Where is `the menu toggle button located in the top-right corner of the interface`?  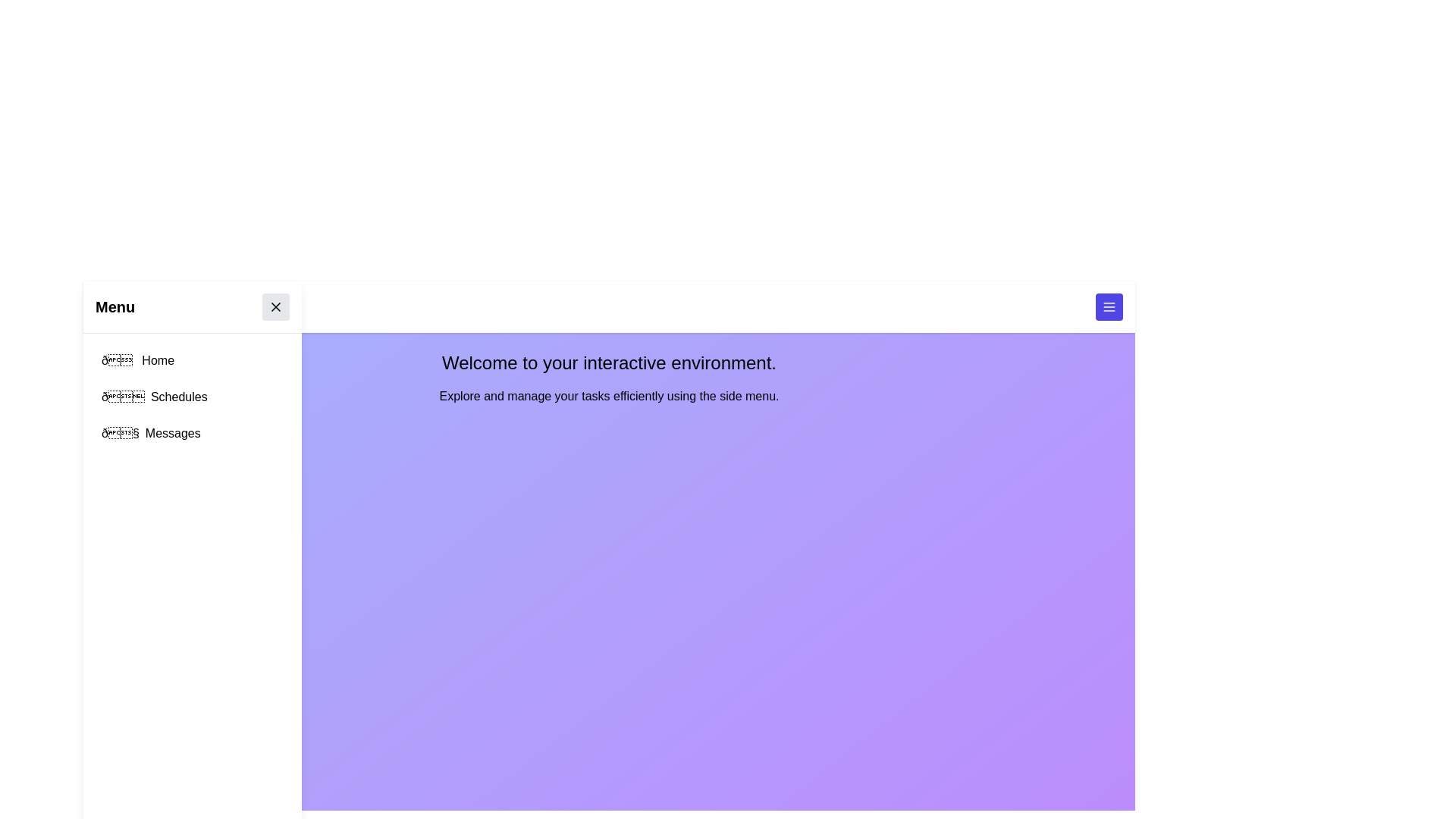
the menu toggle button located in the top-right corner of the interface is located at coordinates (1109, 307).